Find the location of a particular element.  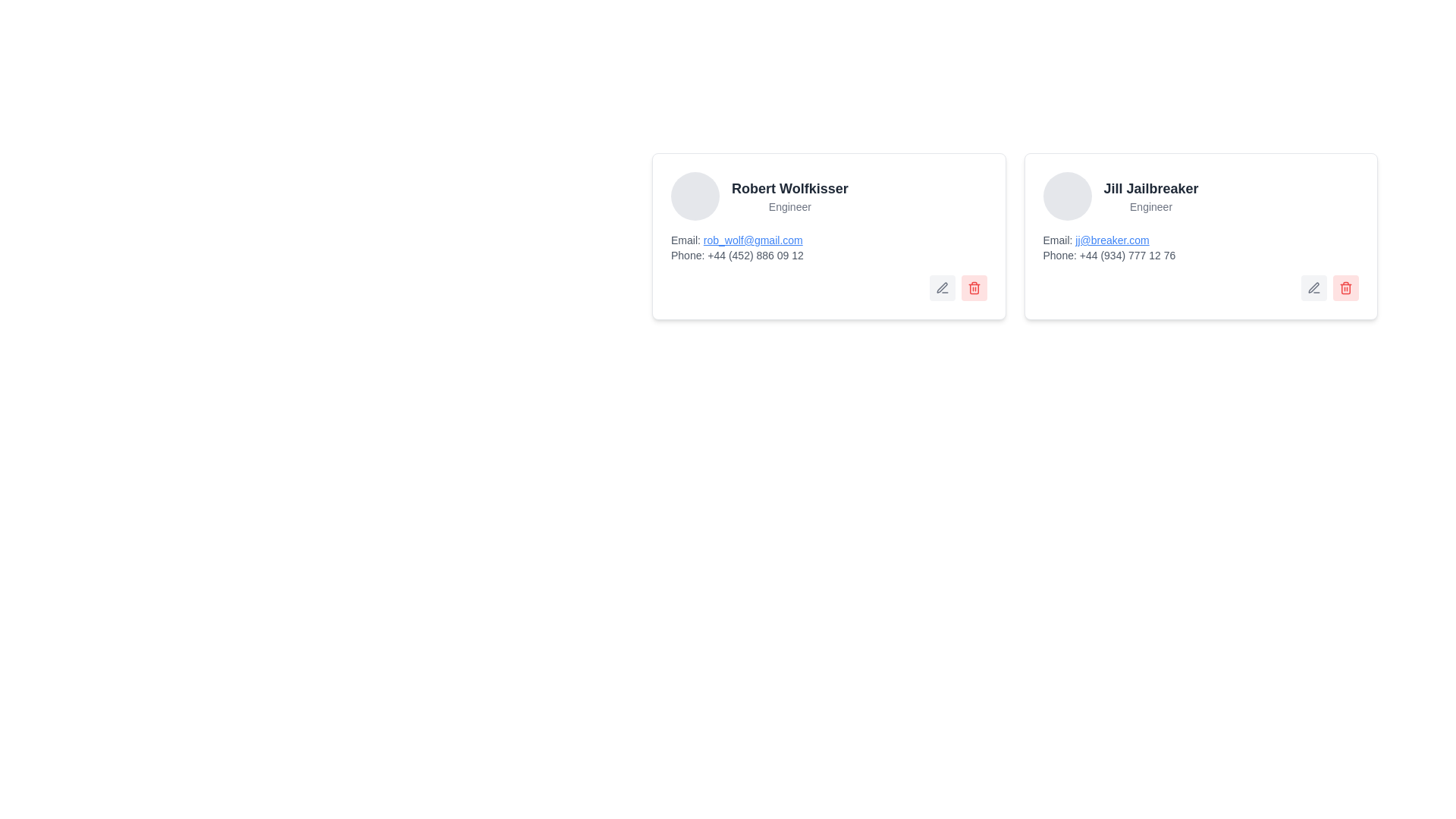

the delete button with an icon located at the bottom right corner of the rightmost card is located at coordinates (1346, 288).